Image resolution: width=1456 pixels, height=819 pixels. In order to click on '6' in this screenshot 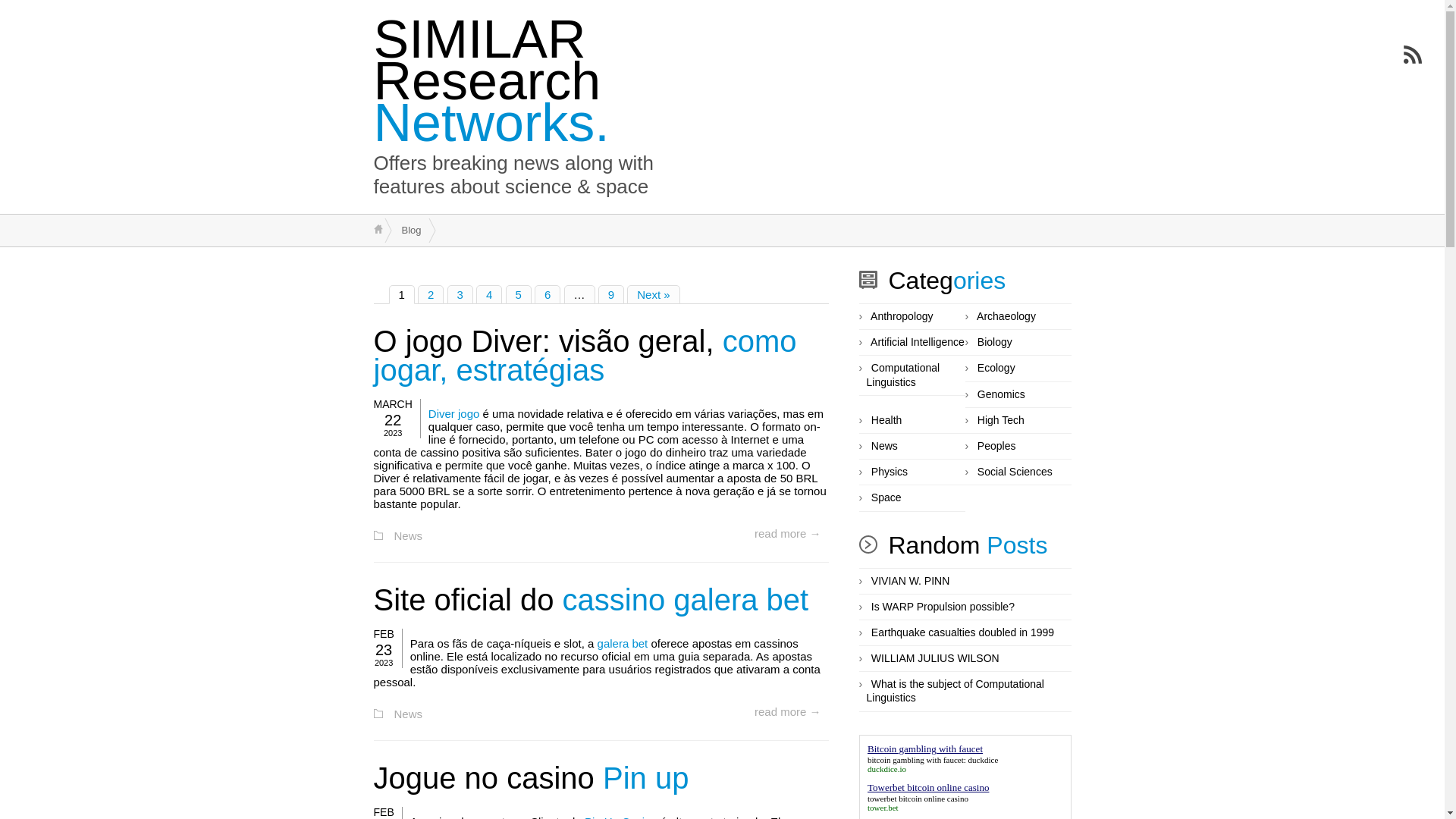, I will do `click(546, 294)`.